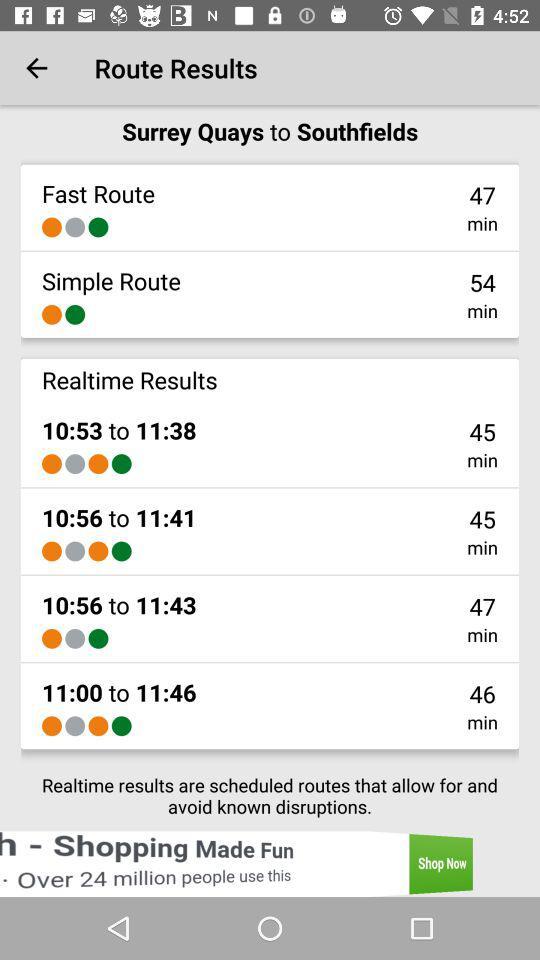  I want to click on the item next to the simple route icon, so click(481, 281).